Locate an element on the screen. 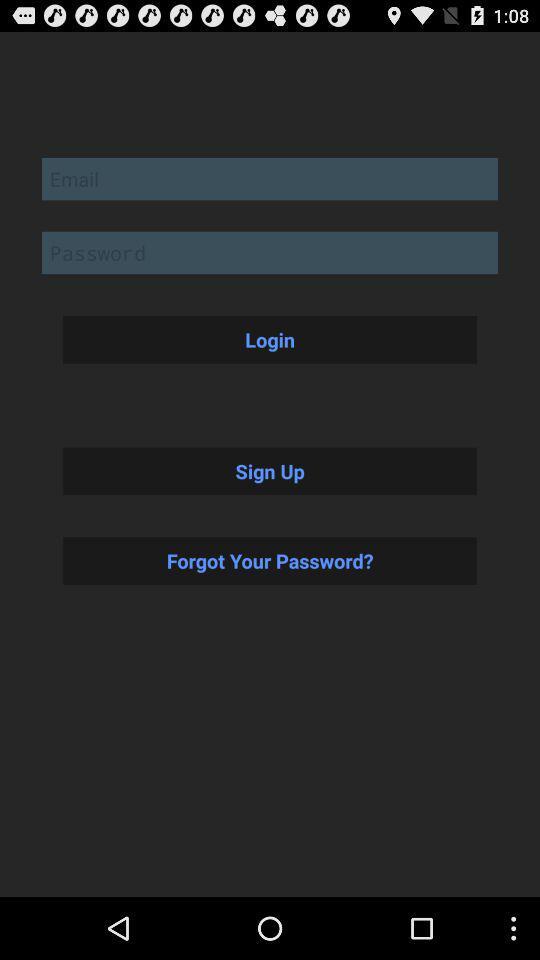  item above sign up icon is located at coordinates (270, 339).